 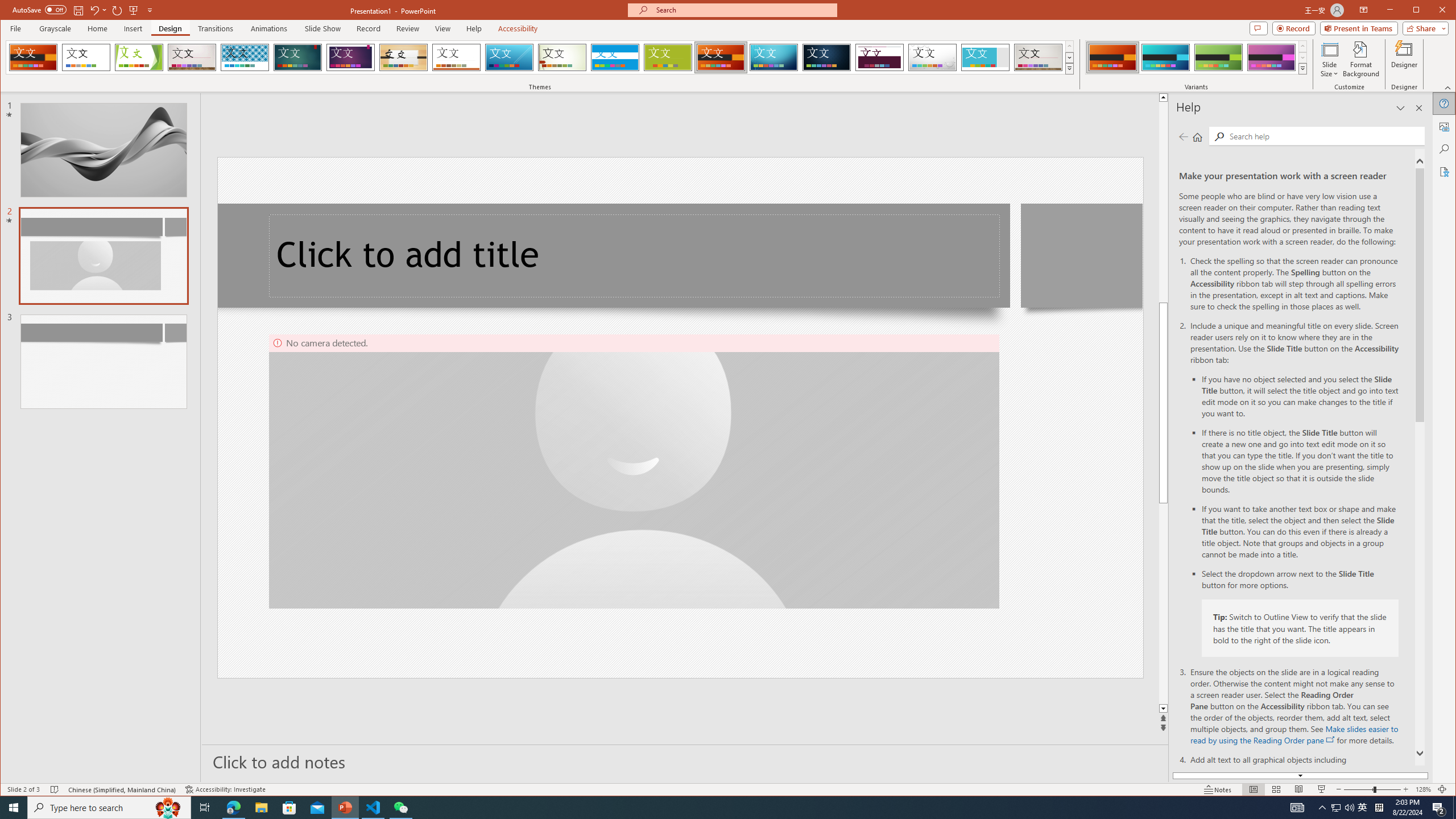 What do you see at coordinates (1330, 740) in the screenshot?
I see `'openinnewwindow'` at bounding box center [1330, 740].